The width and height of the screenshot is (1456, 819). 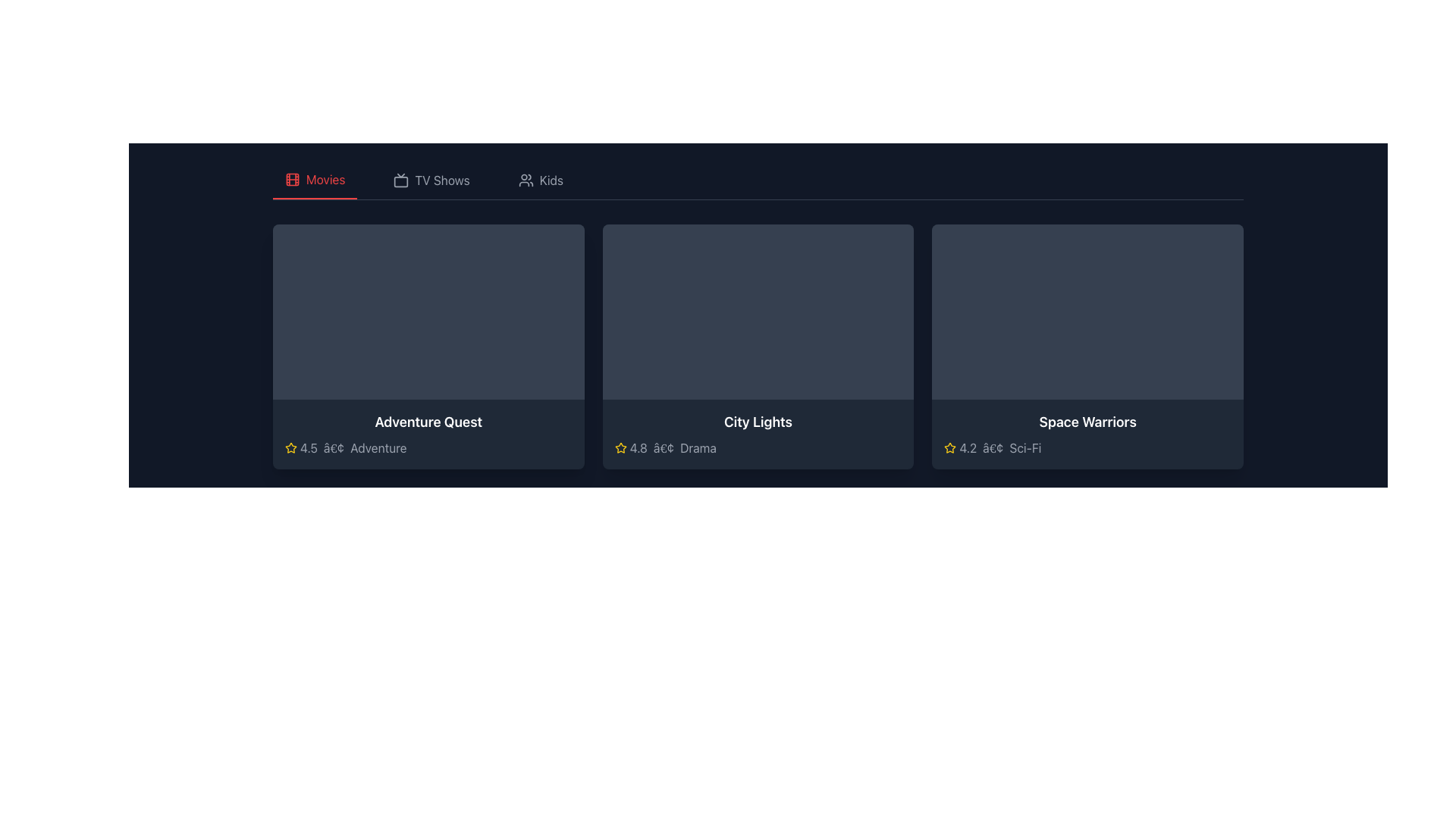 What do you see at coordinates (292, 178) in the screenshot?
I see `the 'Movies' icon in the top navigation bar, which is styled to indicate the active state of the section` at bounding box center [292, 178].